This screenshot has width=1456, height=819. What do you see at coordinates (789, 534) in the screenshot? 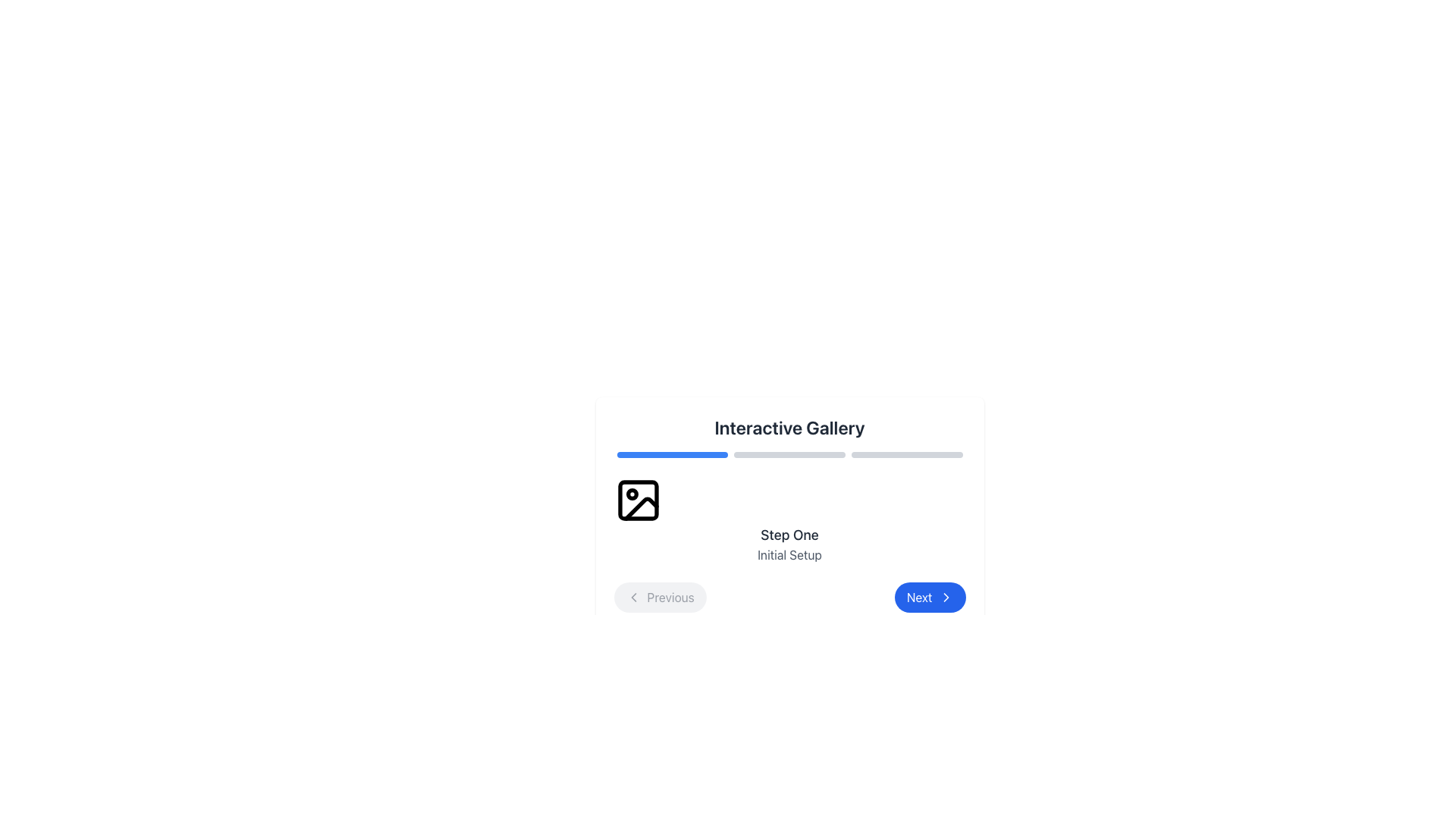
I see `the Static Text element that represents the current step in a process, located below a graphical icon and above the text 'Initial Setup'` at bounding box center [789, 534].